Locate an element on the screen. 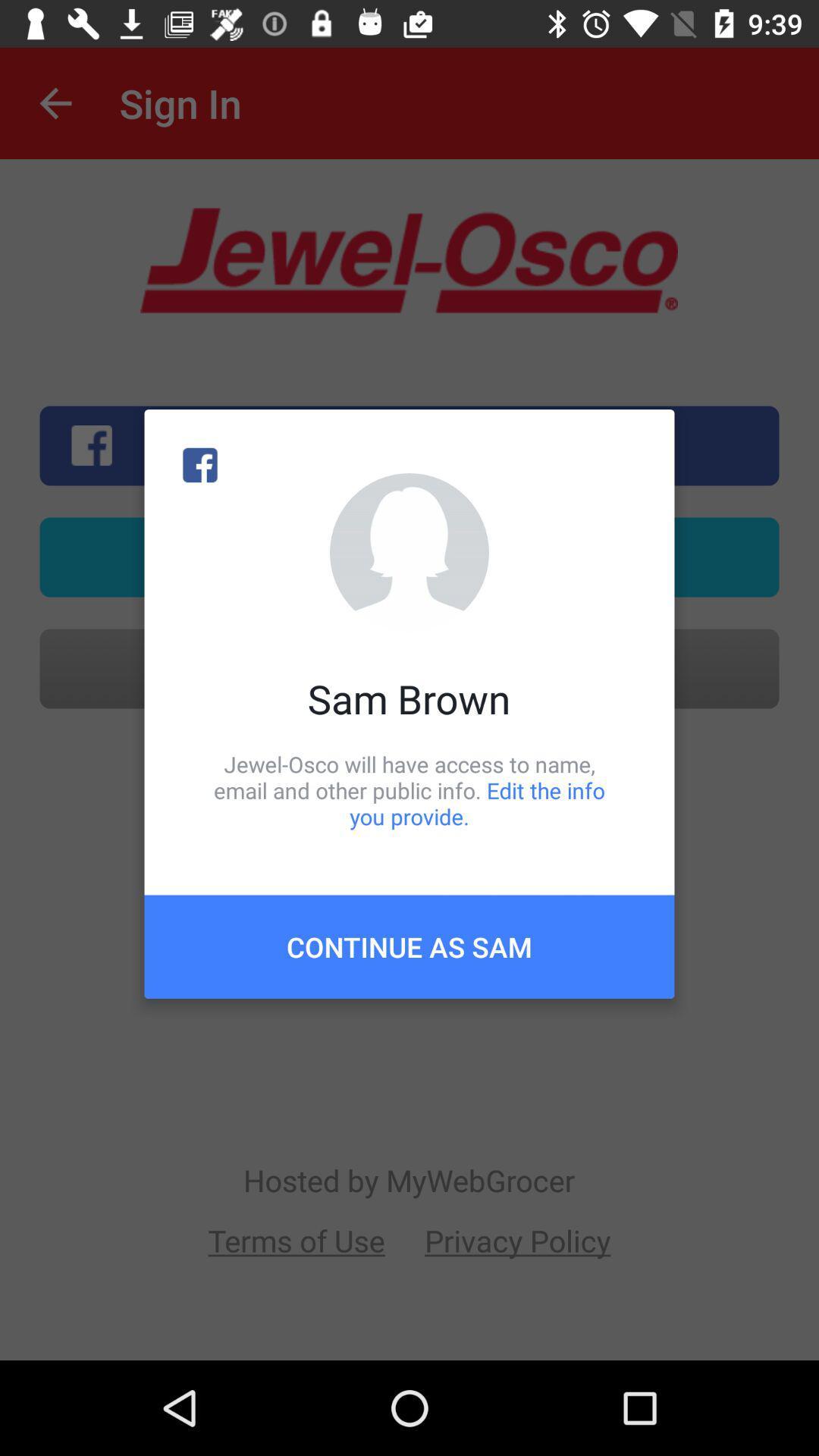 The image size is (819, 1456). the continue as sam icon is located at coordinates (409, 946).